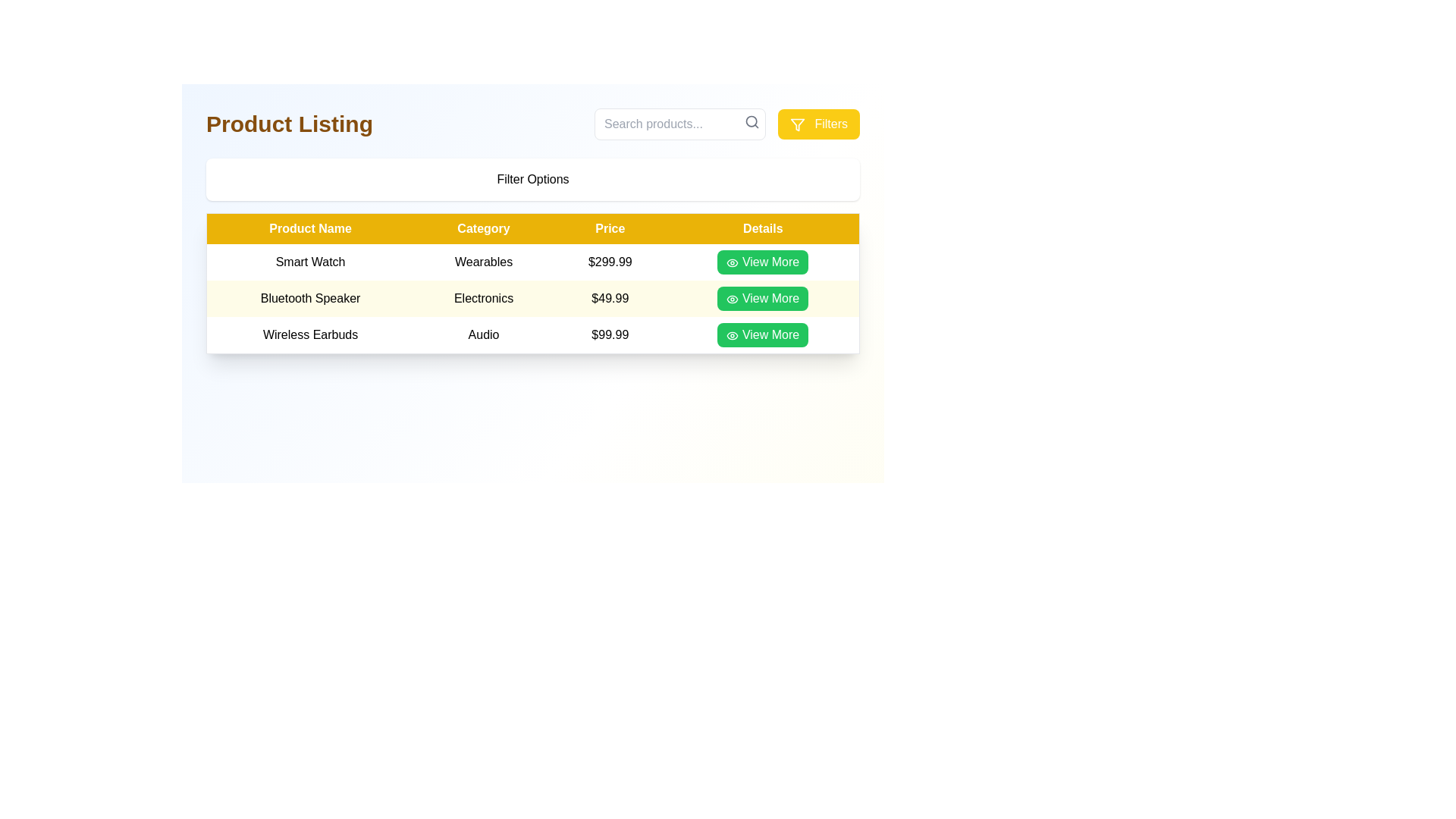 Image resolution: width=1456 pixels, height=819 pixels. What do you see at coordinates (763, 298) in the screenshot?
I see `the 'View More' button, which has a green background and white bold text, located in the third column of the second row under the 'Details' header for the 'Bluetooth Speaker' product` at bounding box center [763, 298].